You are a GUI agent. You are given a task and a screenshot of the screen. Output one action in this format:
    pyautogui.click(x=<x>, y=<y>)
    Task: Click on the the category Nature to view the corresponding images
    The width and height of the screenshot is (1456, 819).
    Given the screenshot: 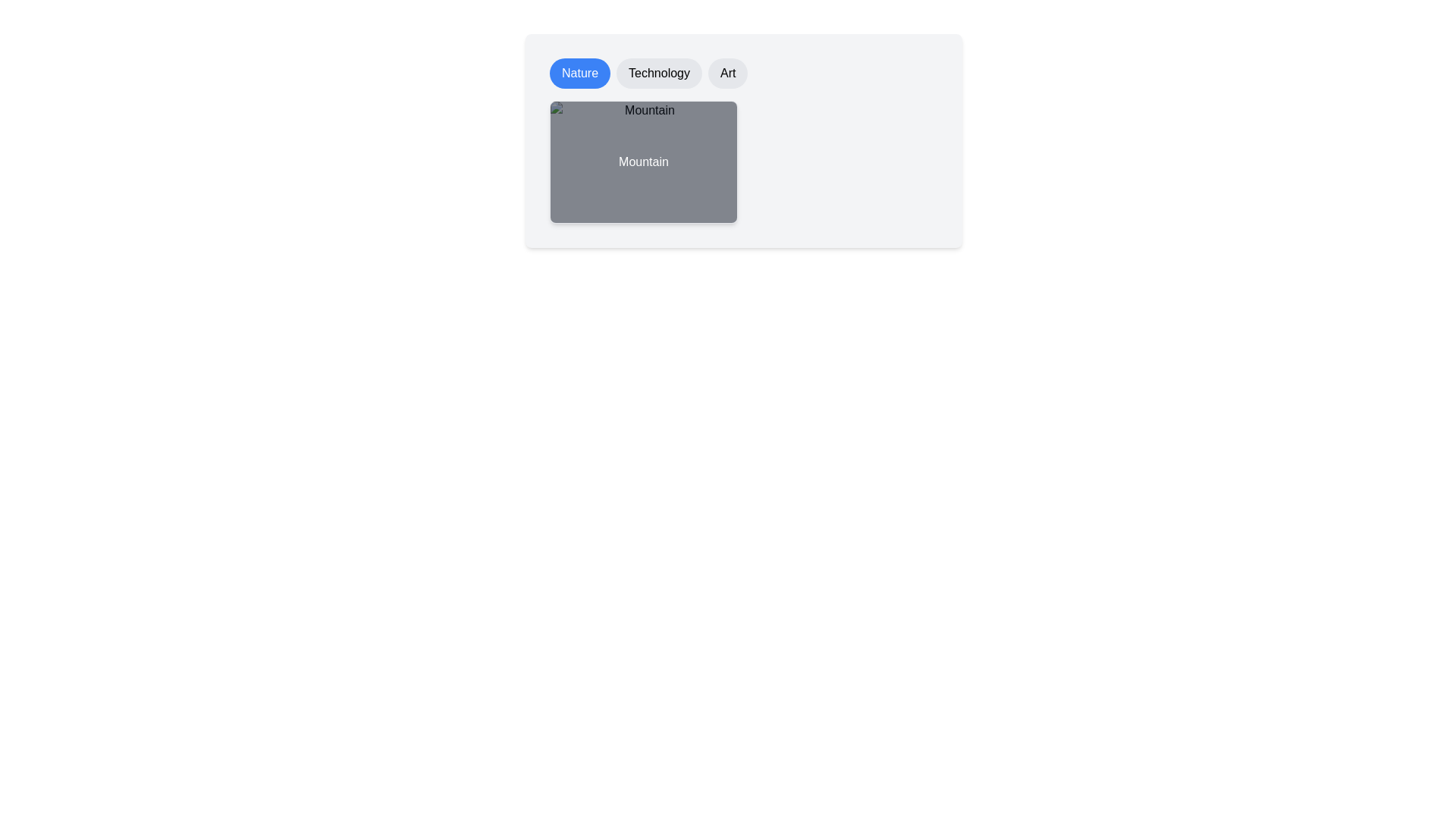 What is the action you would take?
    pyautogui.click(x=579, y=73)
    